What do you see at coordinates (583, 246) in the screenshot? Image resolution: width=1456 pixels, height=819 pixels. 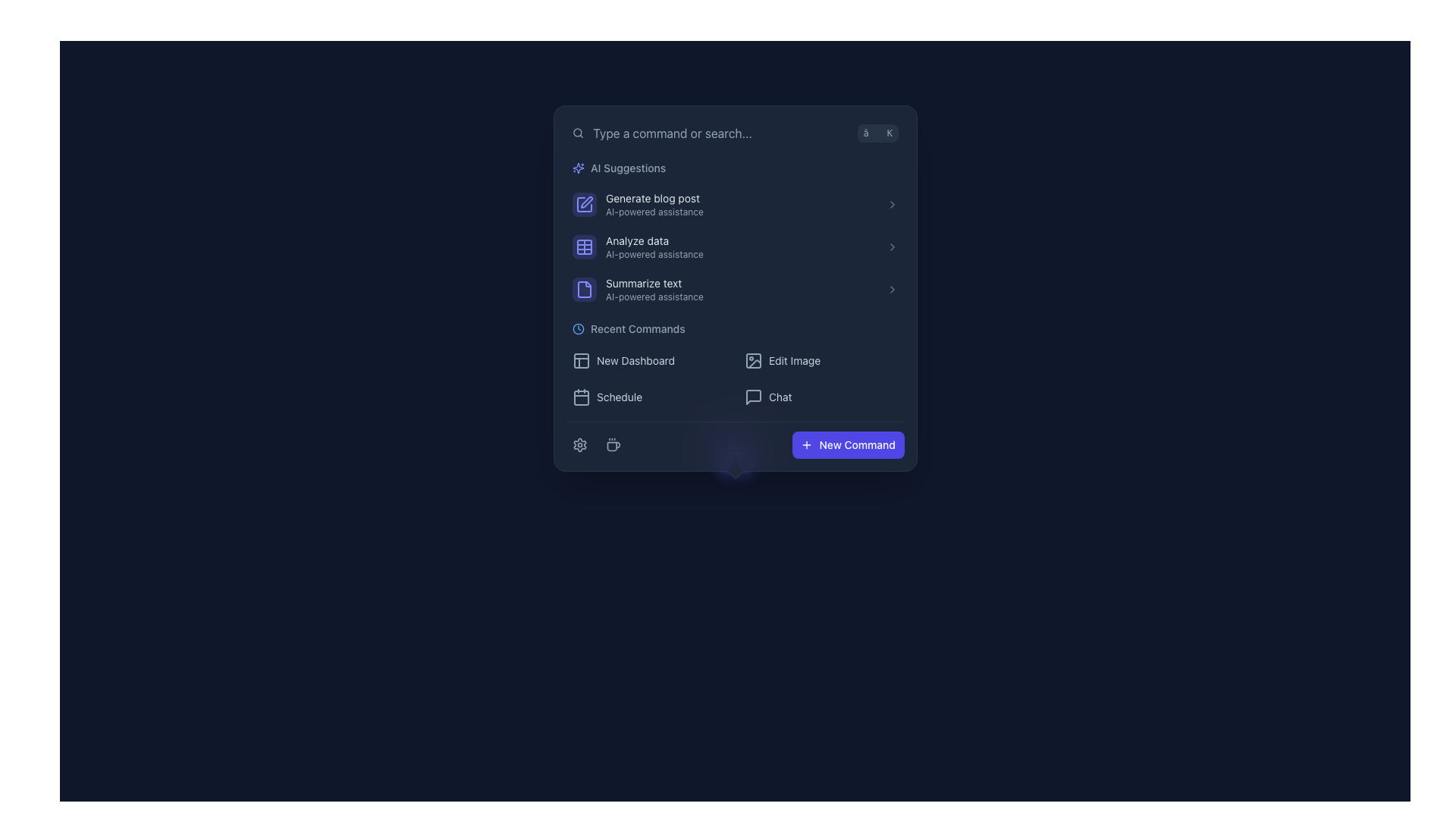 I see `the table icon with a light blue background and white grid symbol located within the 'Analyze data' section` at bounding box center [583, 246].